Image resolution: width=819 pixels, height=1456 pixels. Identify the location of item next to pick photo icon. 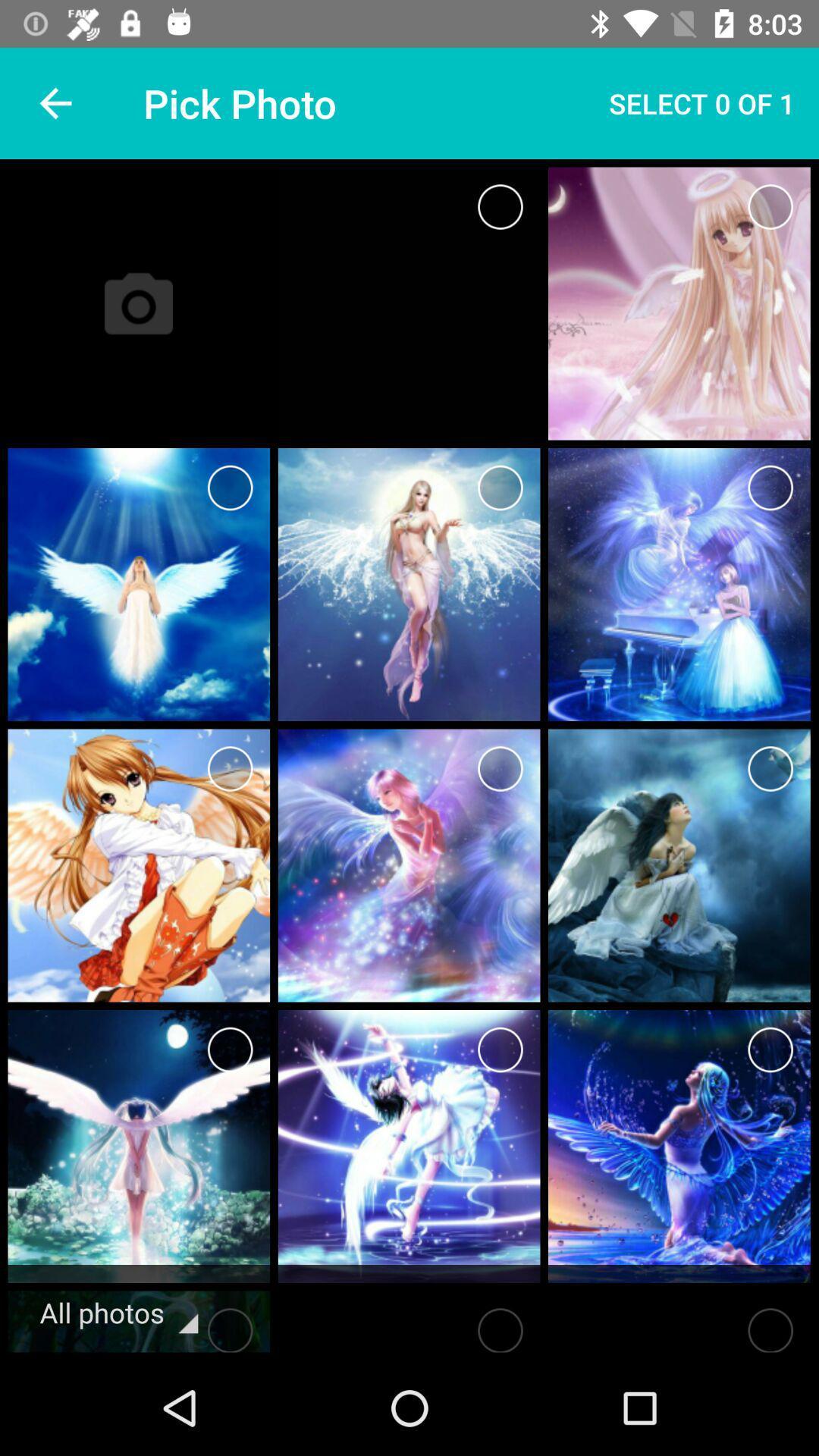
(55, 102).